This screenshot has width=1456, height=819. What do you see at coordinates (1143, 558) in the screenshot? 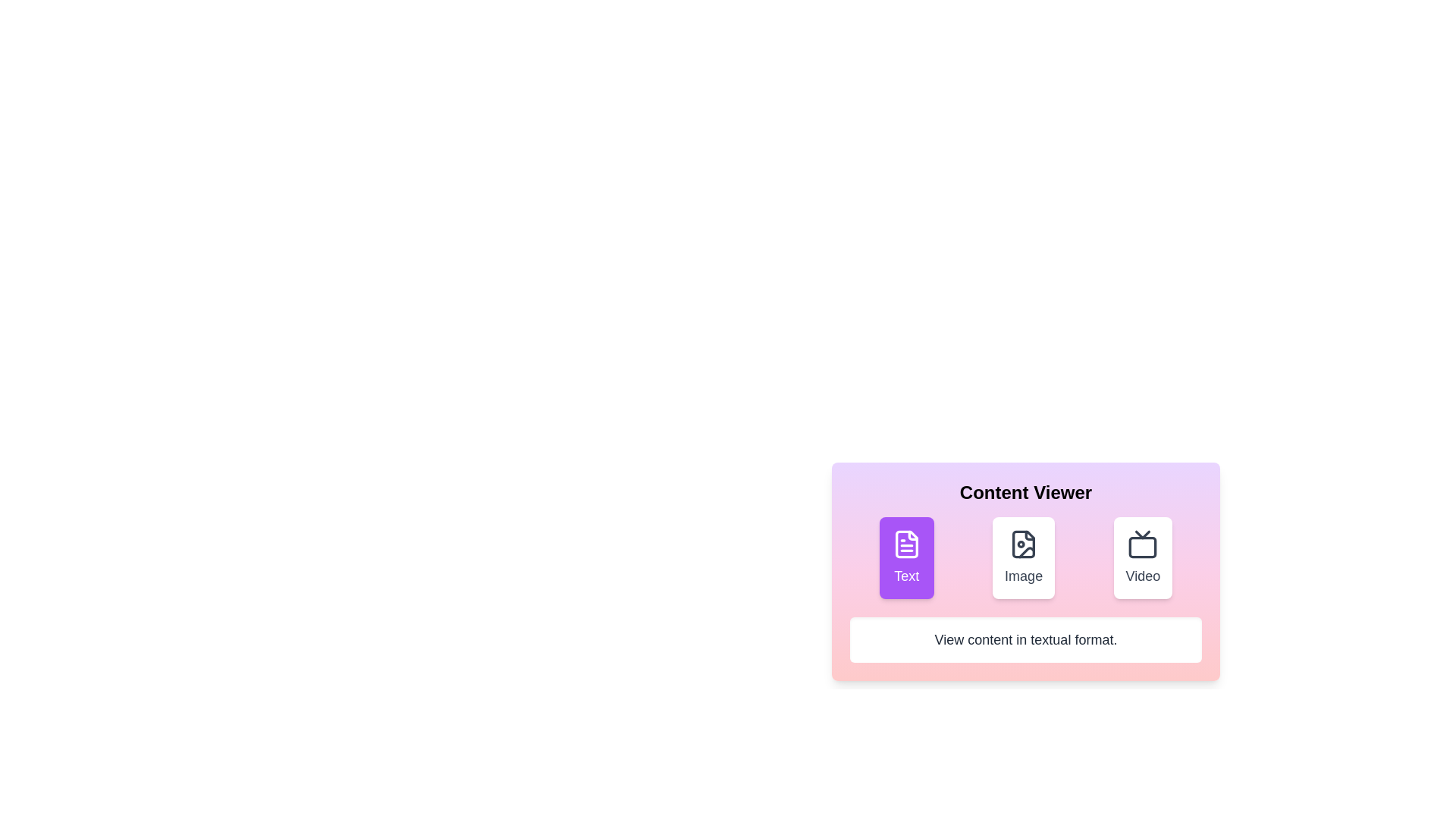
I see `the display mode by clicking on the corresponding button for Video` at bounding box center [1143, 558].